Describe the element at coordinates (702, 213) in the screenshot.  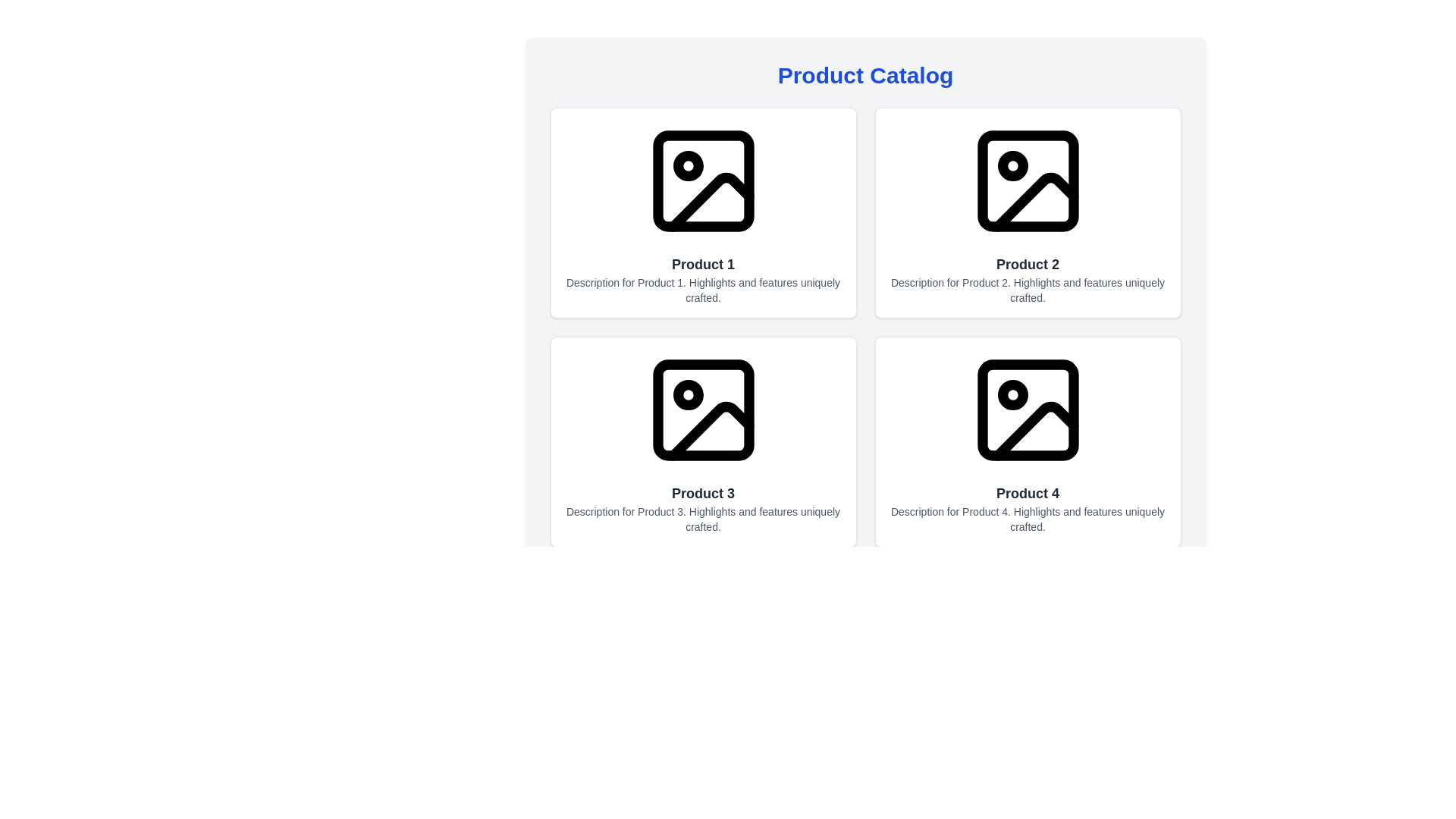
I see `the Product display card labeled 'Product 1' which features an image placeholder, a bold title, and descriptive text, located in the top-left corner of the grid layout` at that location.